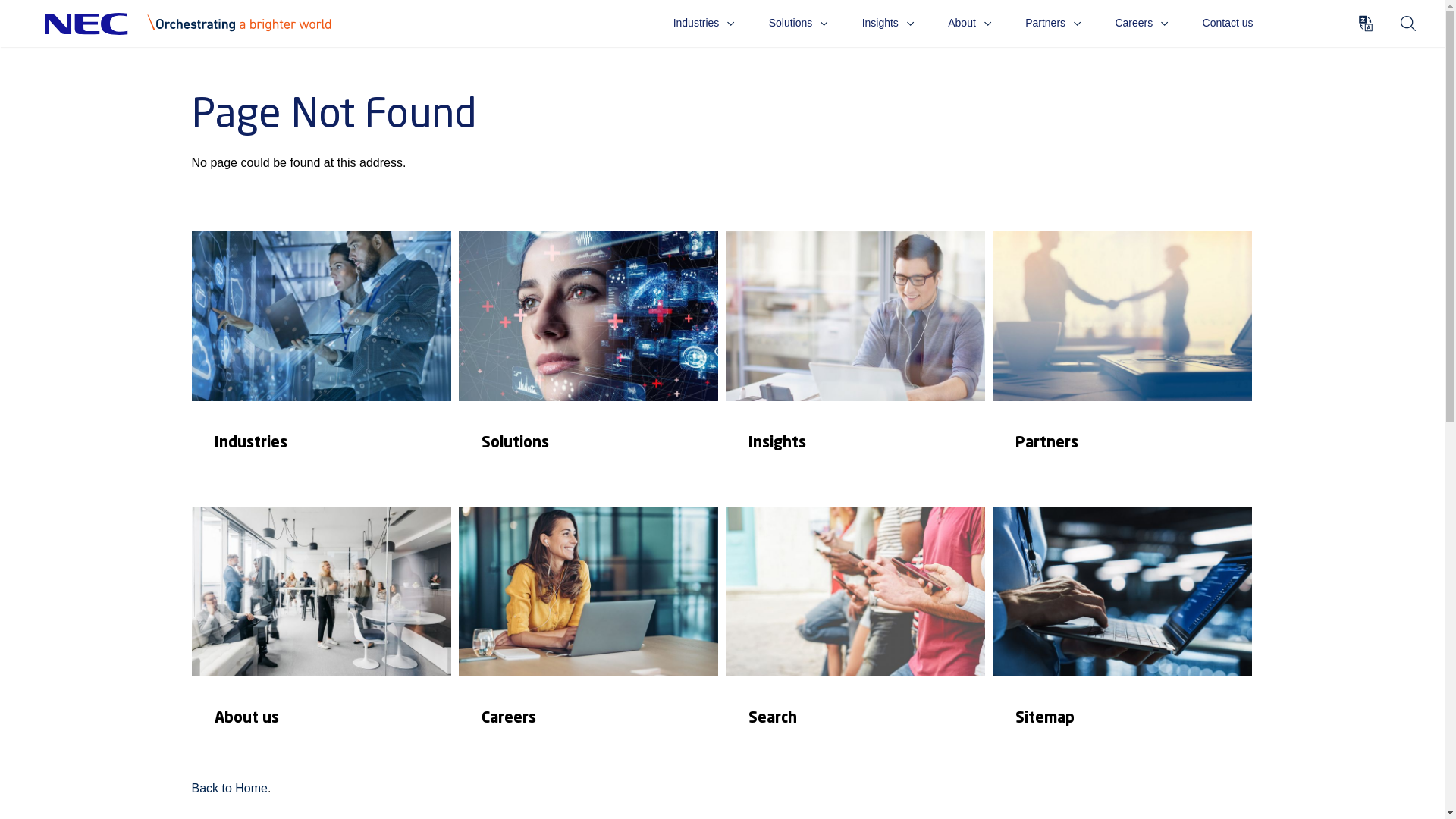  I want to click on 'About us', so click(319, 640).